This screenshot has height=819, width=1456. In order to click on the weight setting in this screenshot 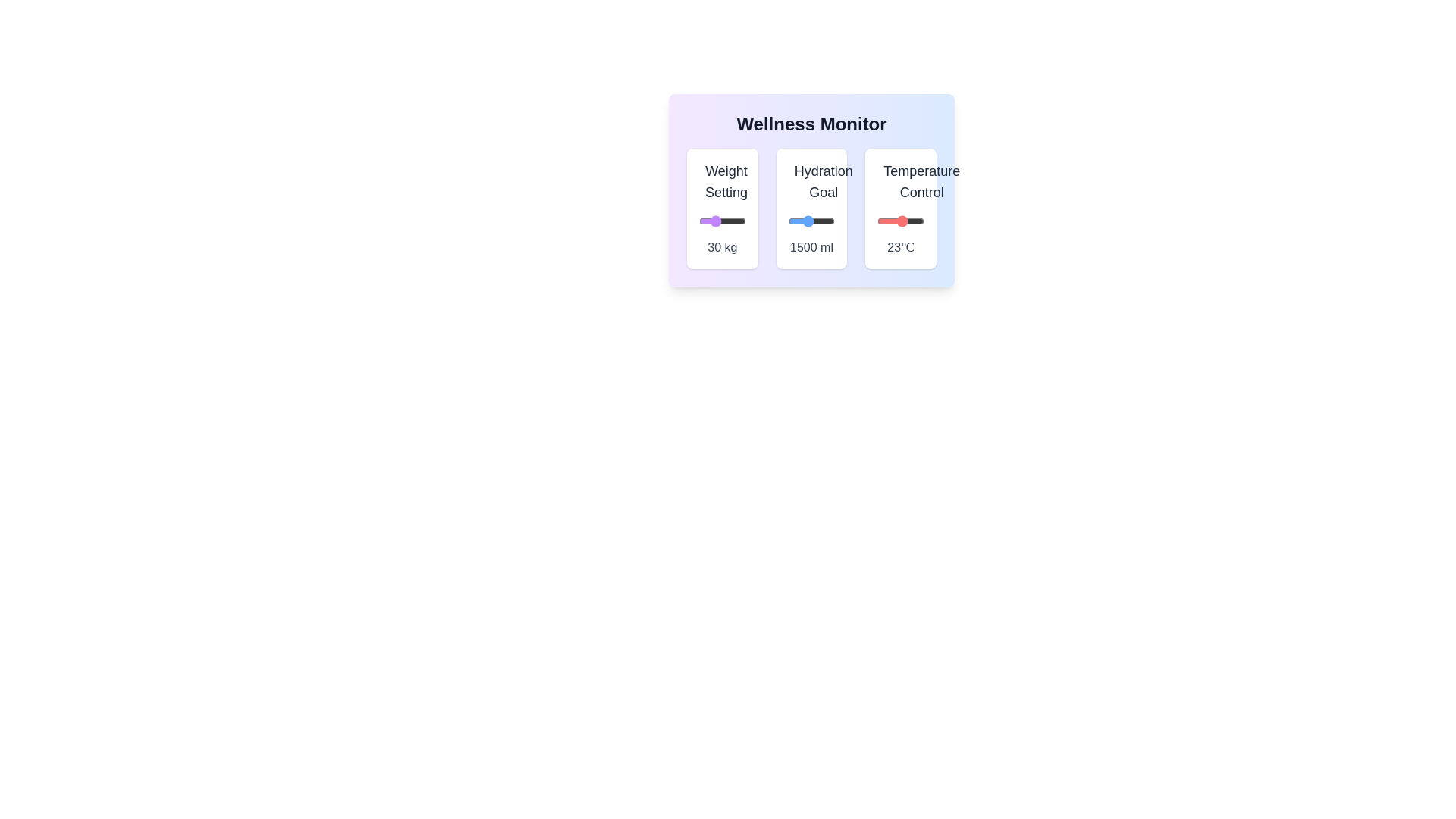, I will do `click(724, 221)`.